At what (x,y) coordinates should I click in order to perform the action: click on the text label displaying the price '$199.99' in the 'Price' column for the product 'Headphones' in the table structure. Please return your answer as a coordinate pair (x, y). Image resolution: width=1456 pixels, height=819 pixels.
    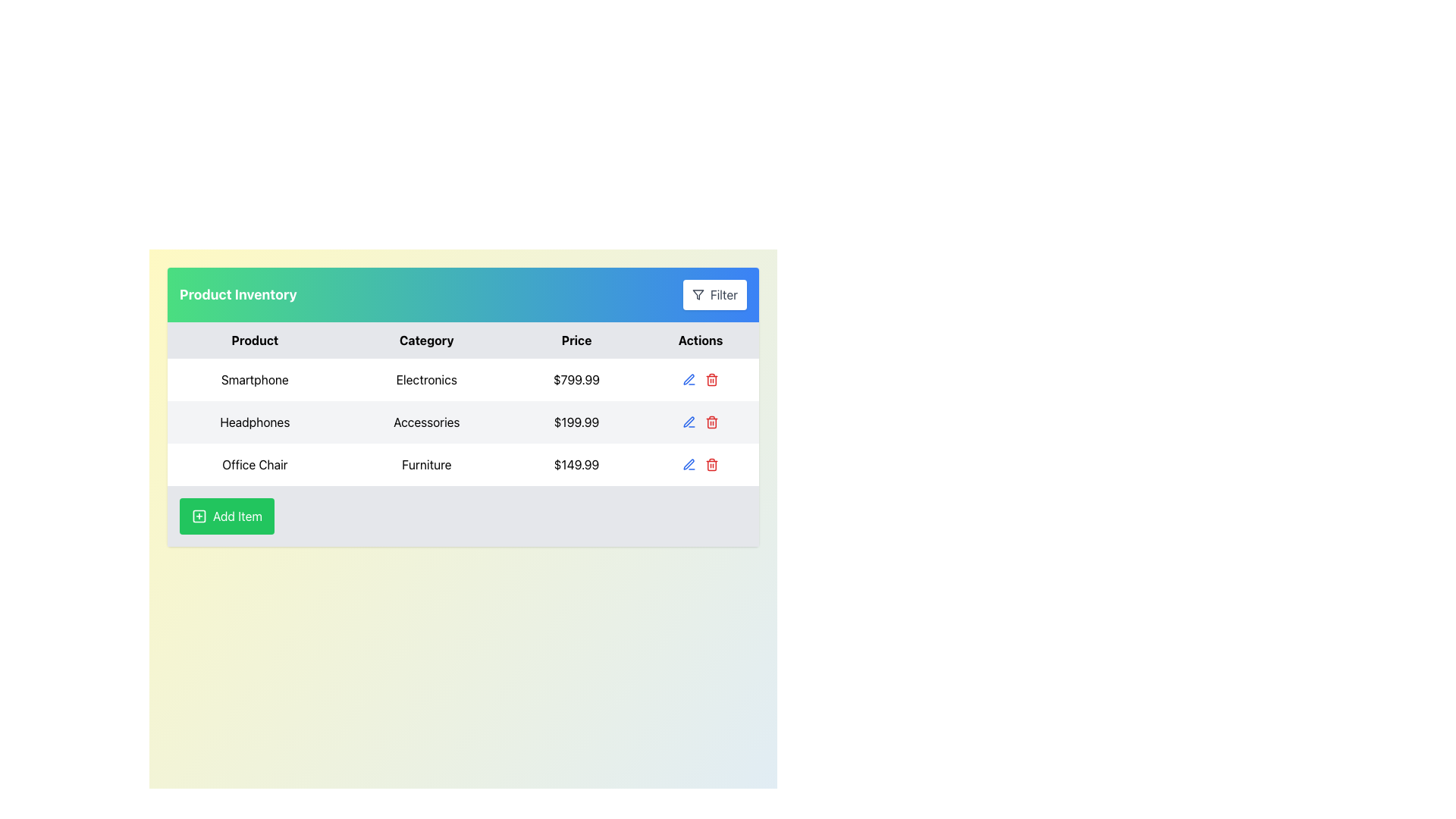
    Looking at the image, I should click on (576, 422).